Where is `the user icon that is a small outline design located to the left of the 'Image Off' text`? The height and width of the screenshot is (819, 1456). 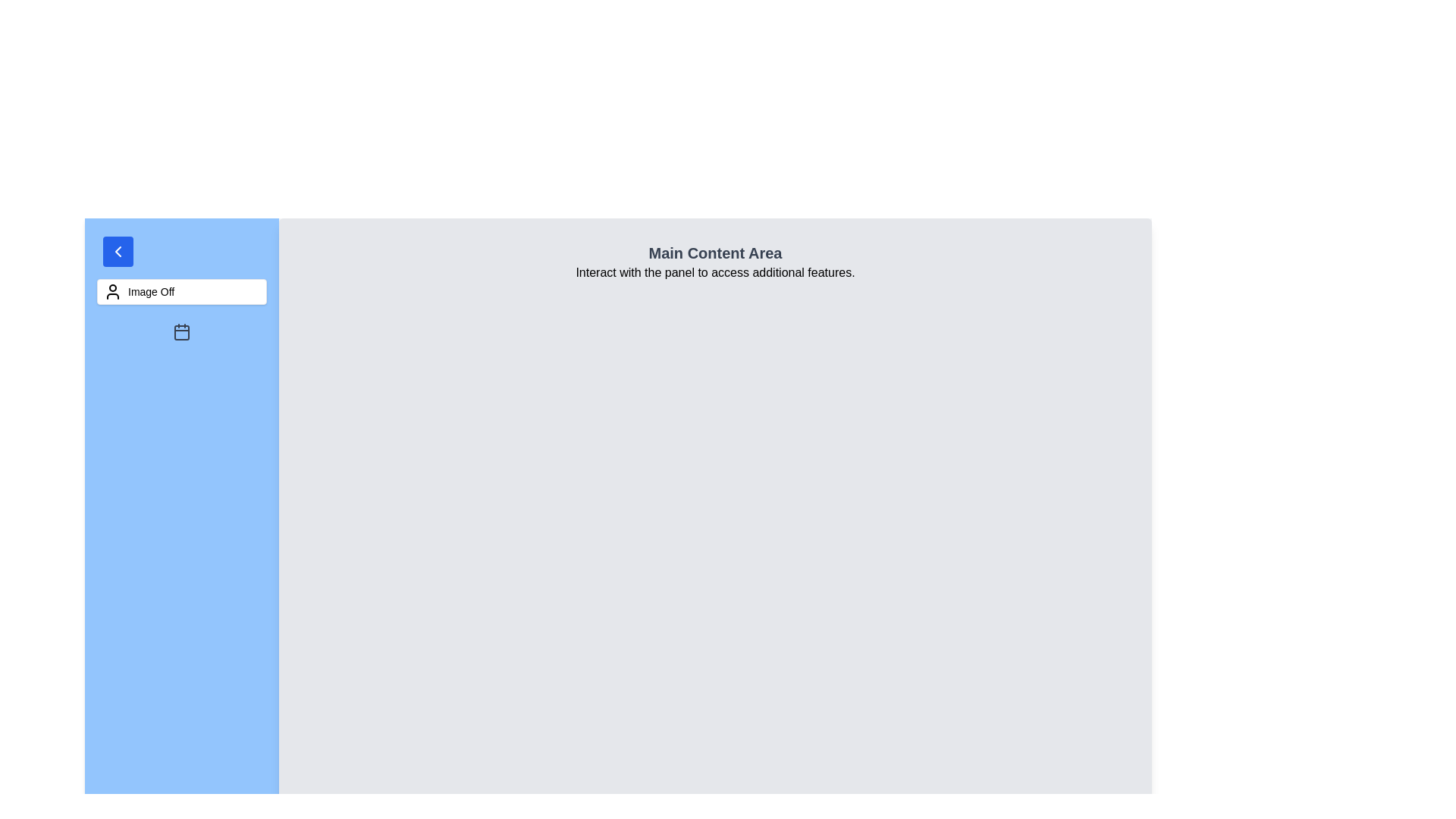
the user icon that is a small outline design located to the left of the 'Image Off' text is located at coordinates (111, 292).